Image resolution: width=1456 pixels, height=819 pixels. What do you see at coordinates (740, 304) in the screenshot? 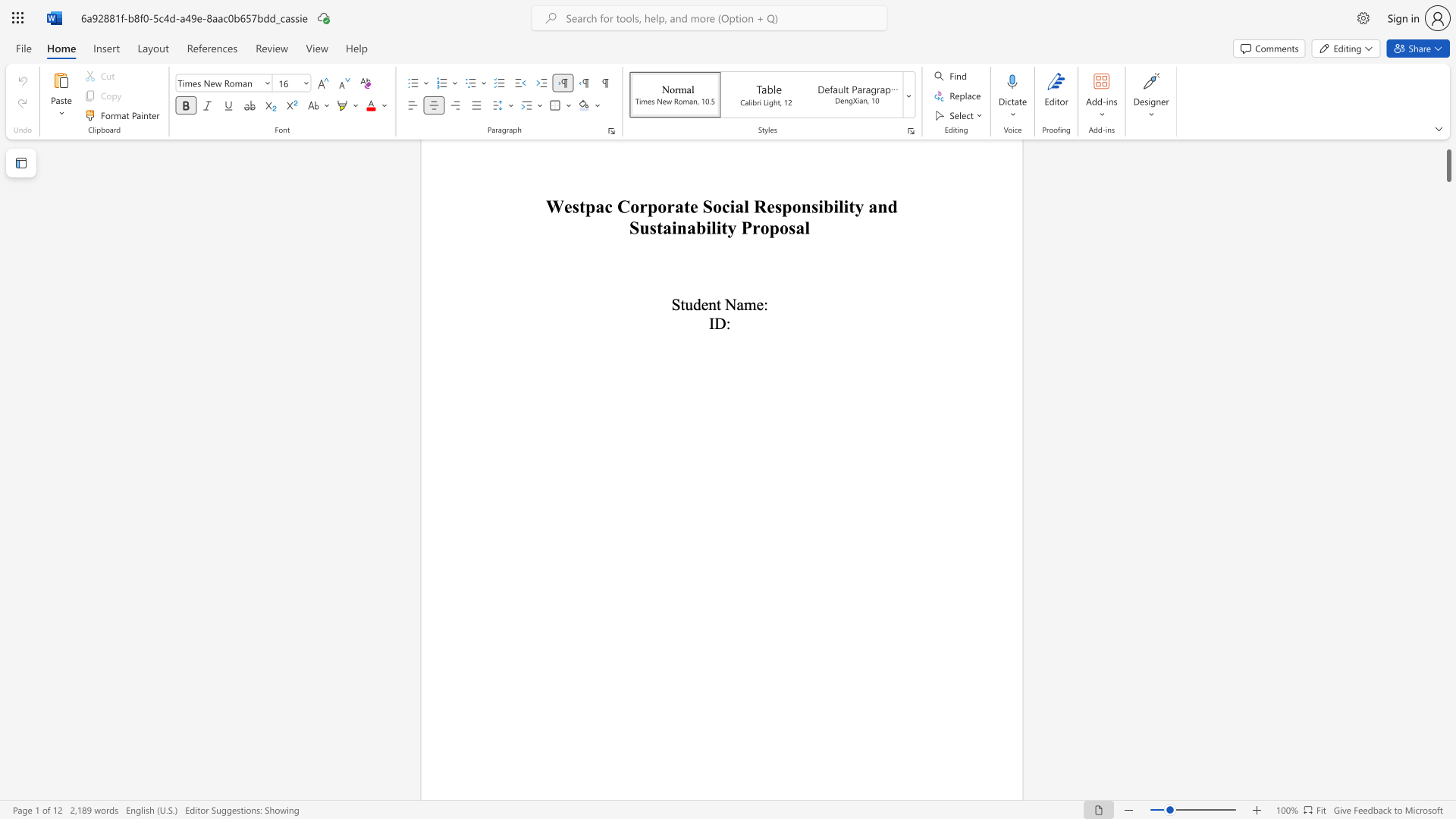
I see `the 1th character "a" in the text` at bounding box center [740, 304].